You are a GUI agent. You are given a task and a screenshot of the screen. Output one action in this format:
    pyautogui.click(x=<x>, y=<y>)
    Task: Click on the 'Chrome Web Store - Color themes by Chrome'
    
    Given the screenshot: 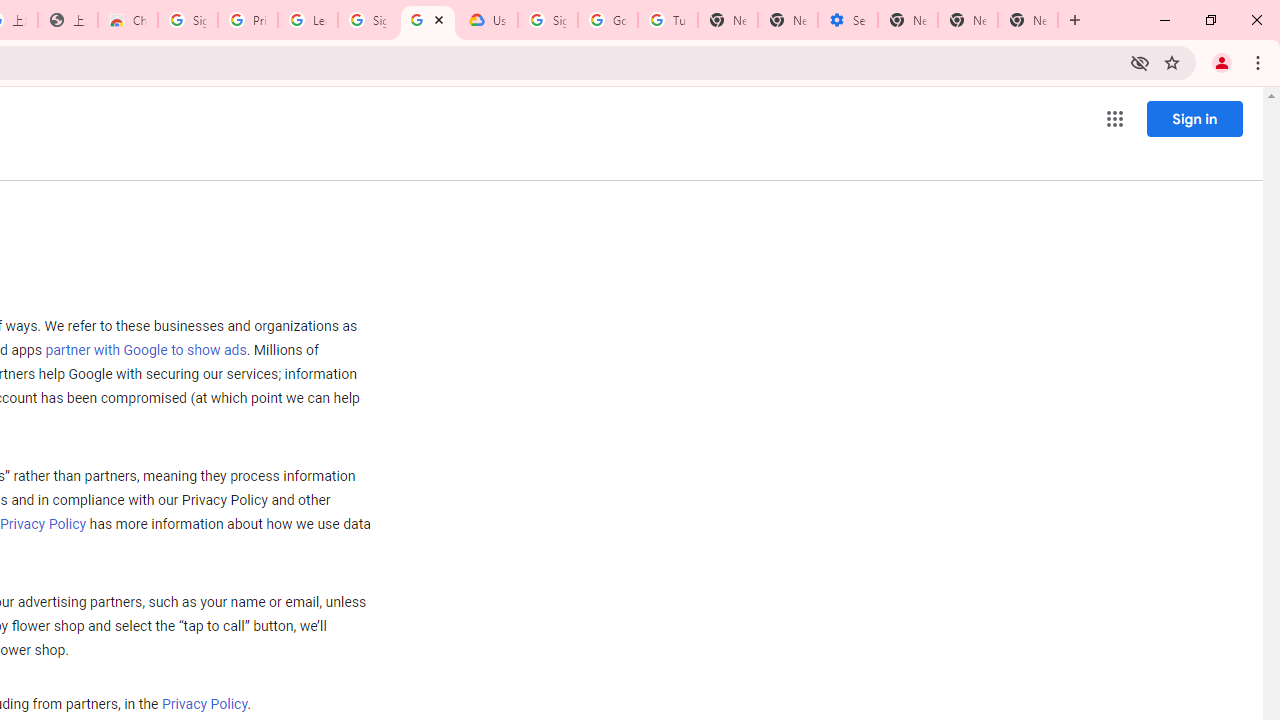 What is the action you would take?
    pyautogui.click(x=127, y=20)
    